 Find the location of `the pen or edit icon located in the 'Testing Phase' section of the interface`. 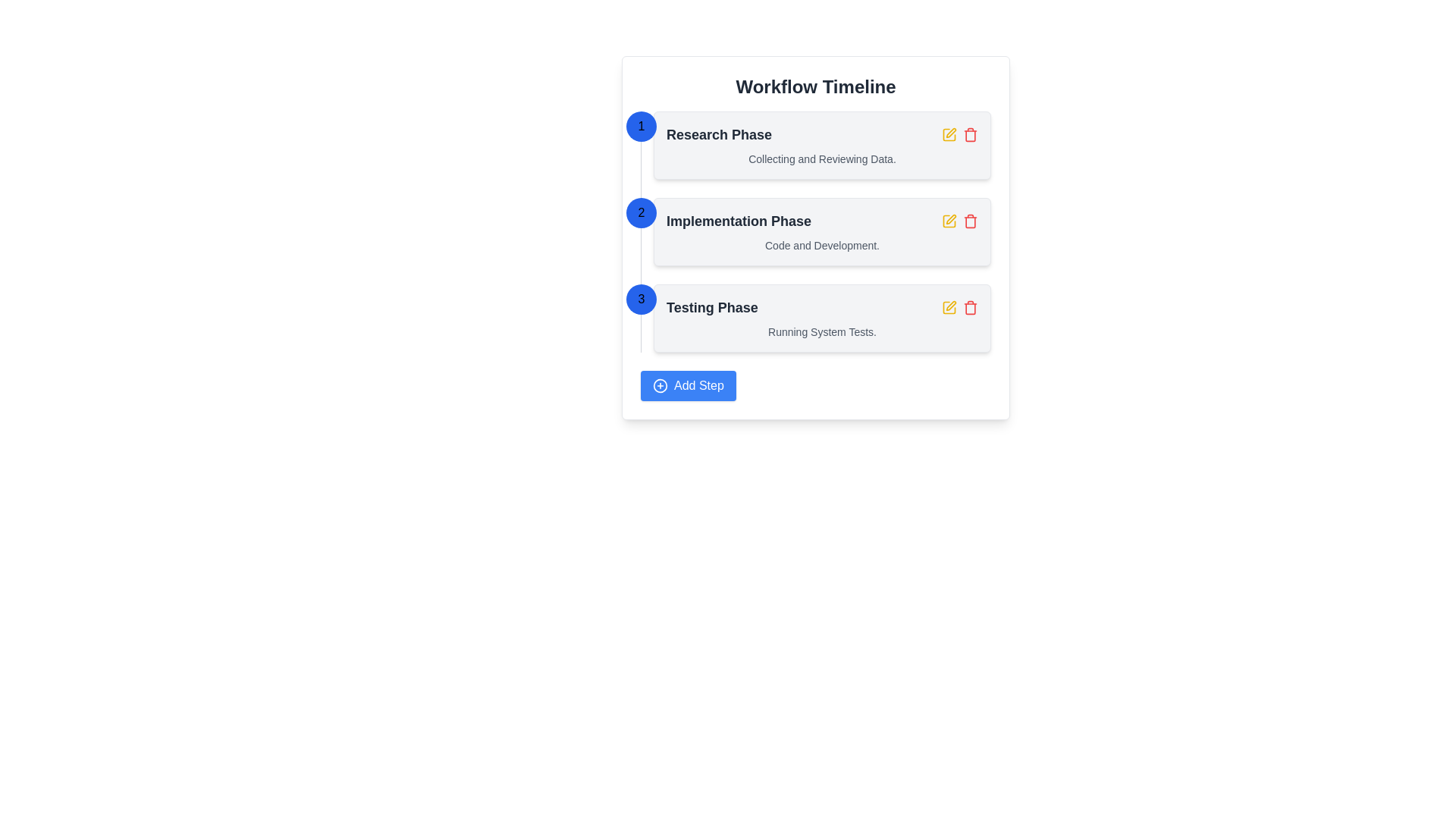

the pen or edit icon located in the 'Testing Phase' section of the interface is located at coordinates (950, 306).